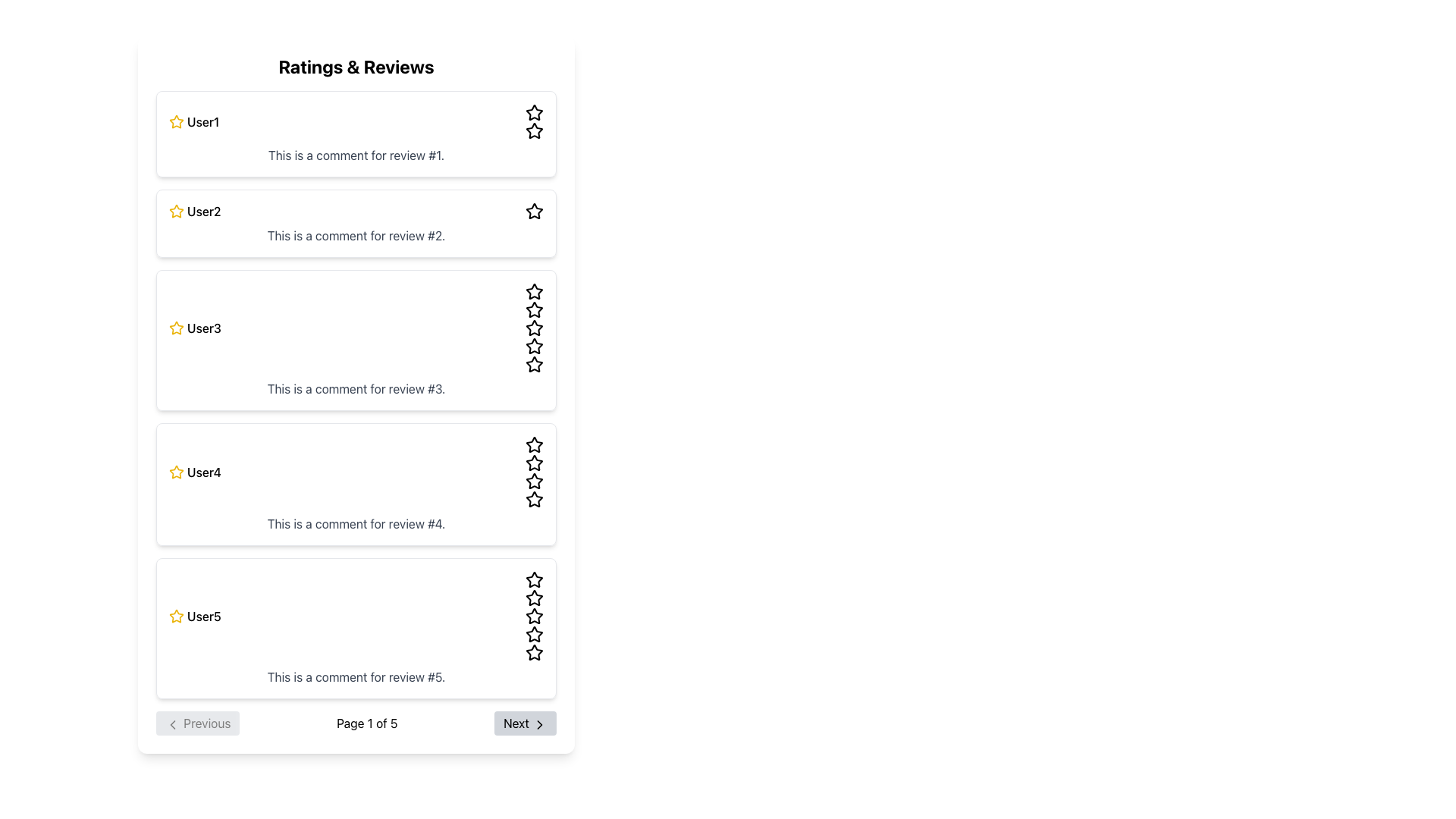 The height and width of the screenshot is (819, 1456). Describe the element at coordinates (535, 444) in the screenshot. I see `the third star rating icon in User4's review located in the Ratings & Reviews section of the fourth review card` at that location.